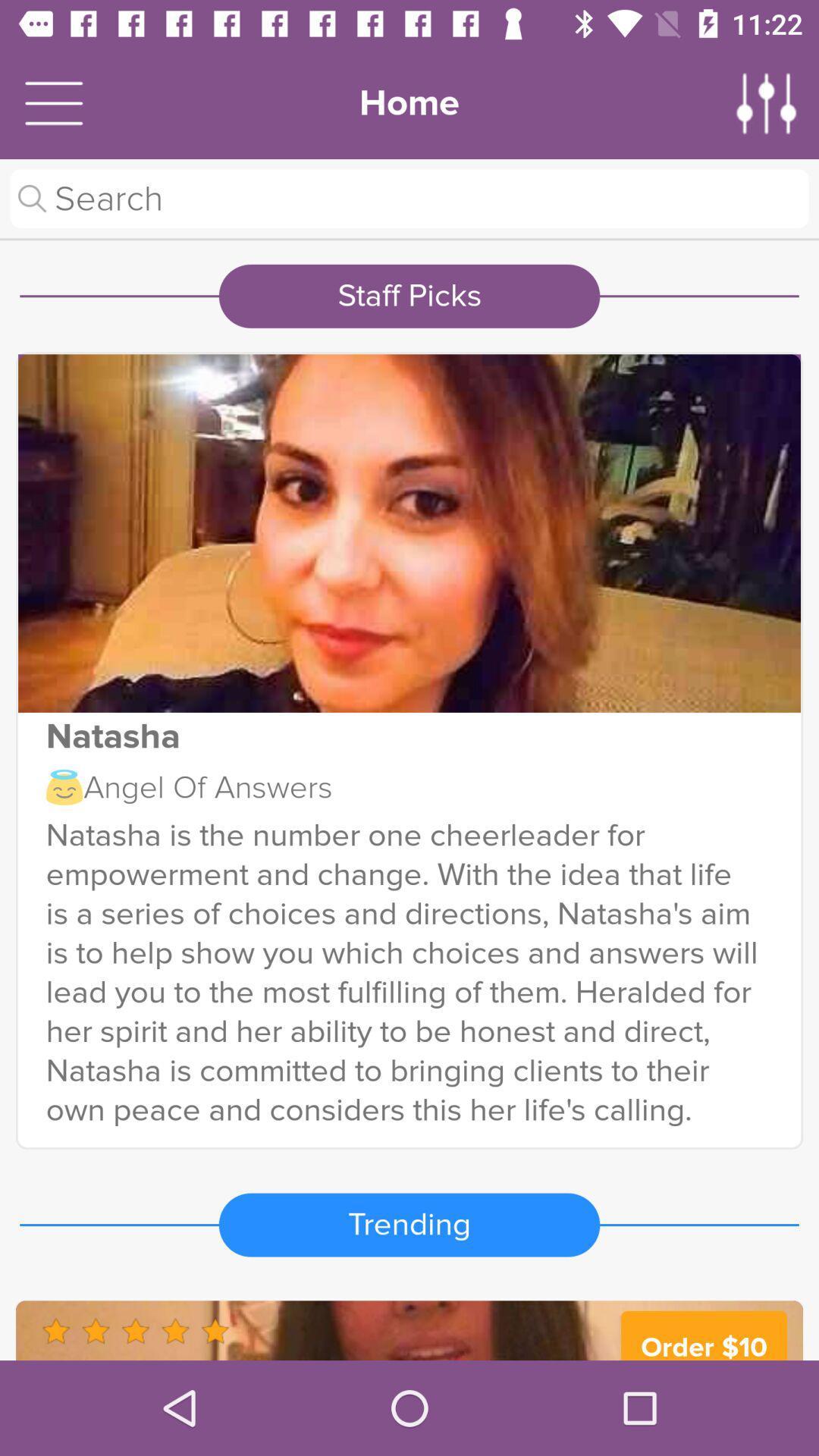 The height and width of the screenshot is (1456, 819). I want to click on order, so click(409, 1329).